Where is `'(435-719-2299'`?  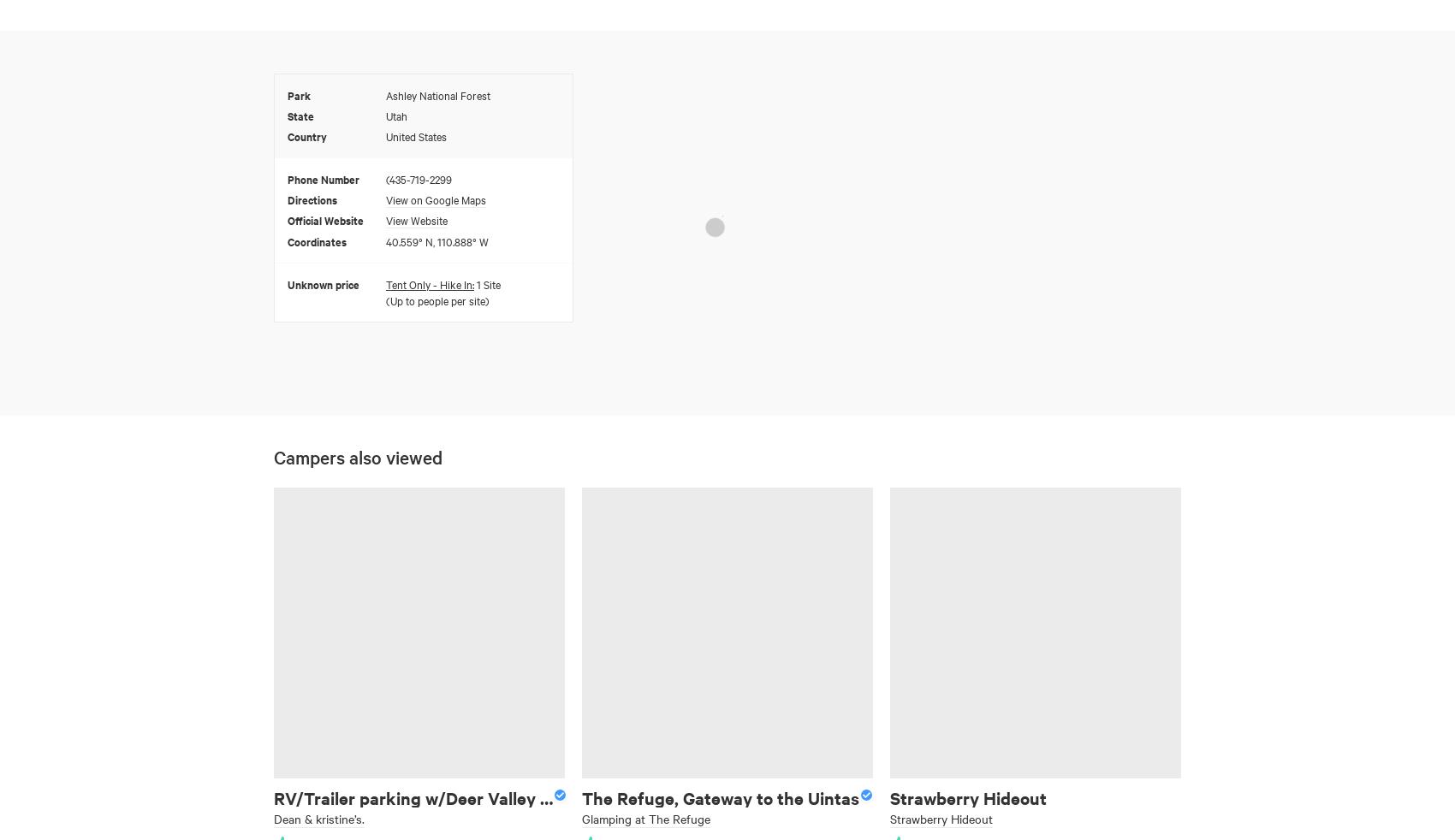
'(435-719-2299' is located at coordinates (419, 176).